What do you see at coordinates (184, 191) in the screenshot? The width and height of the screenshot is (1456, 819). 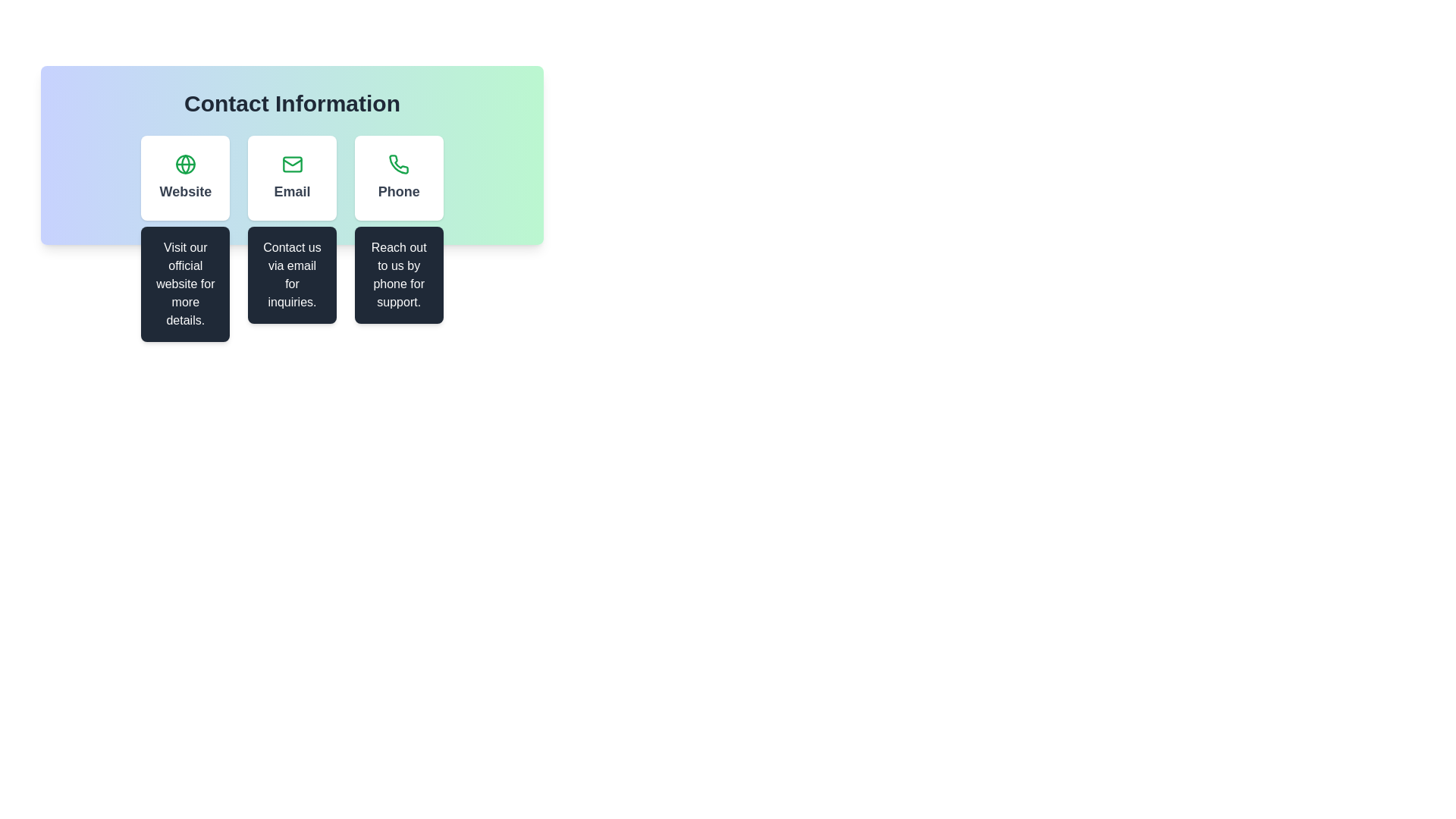 I see `the text label displaying 'Website' in bold dark gray font, located in the first column under the 'Contact Information' section` at bounding box center [184, 191].